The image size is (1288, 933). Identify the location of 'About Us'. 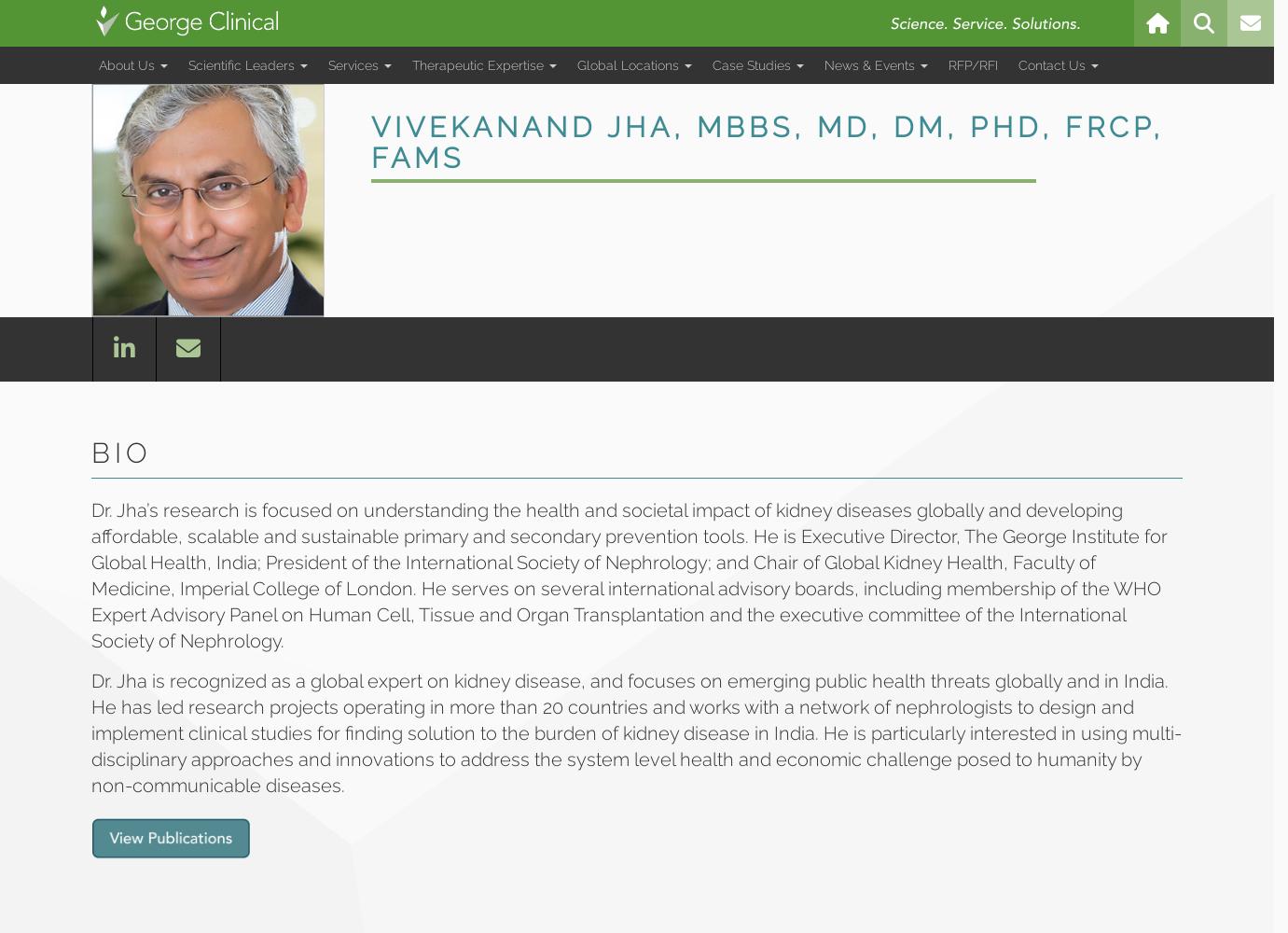
(128, 64).